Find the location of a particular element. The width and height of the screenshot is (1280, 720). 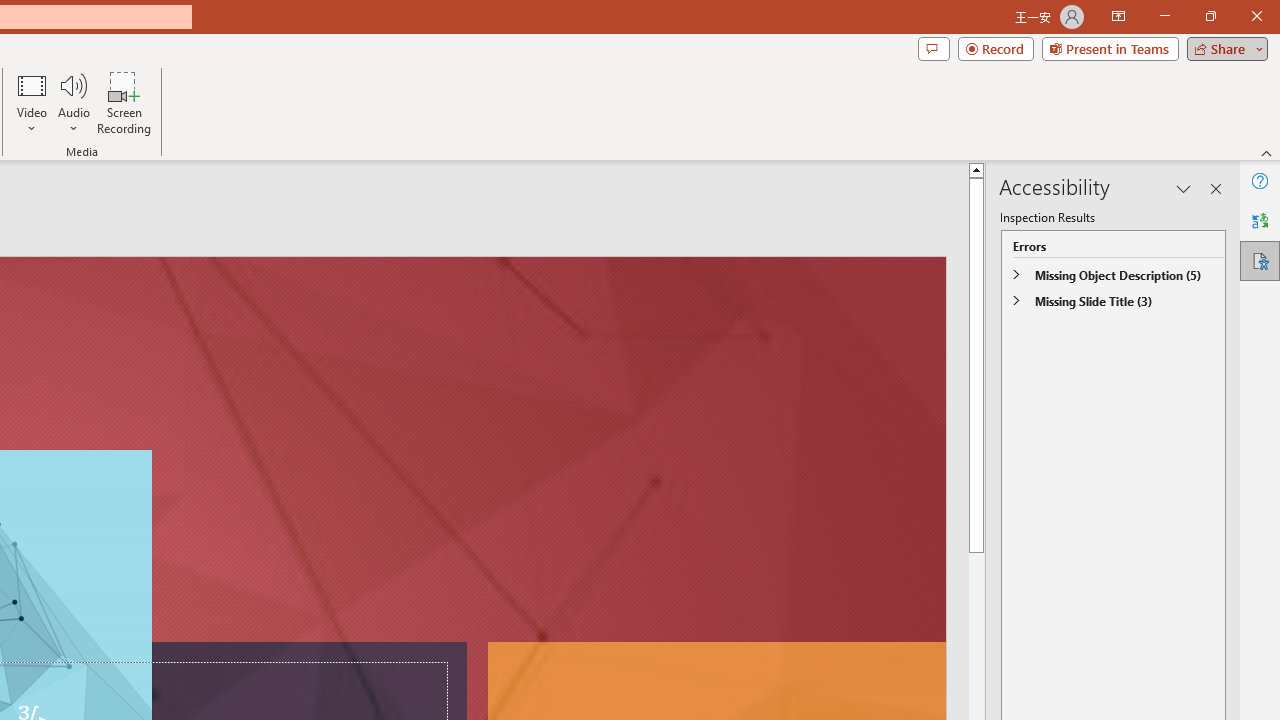

'Translator' is located at coordinates (1259, 221).